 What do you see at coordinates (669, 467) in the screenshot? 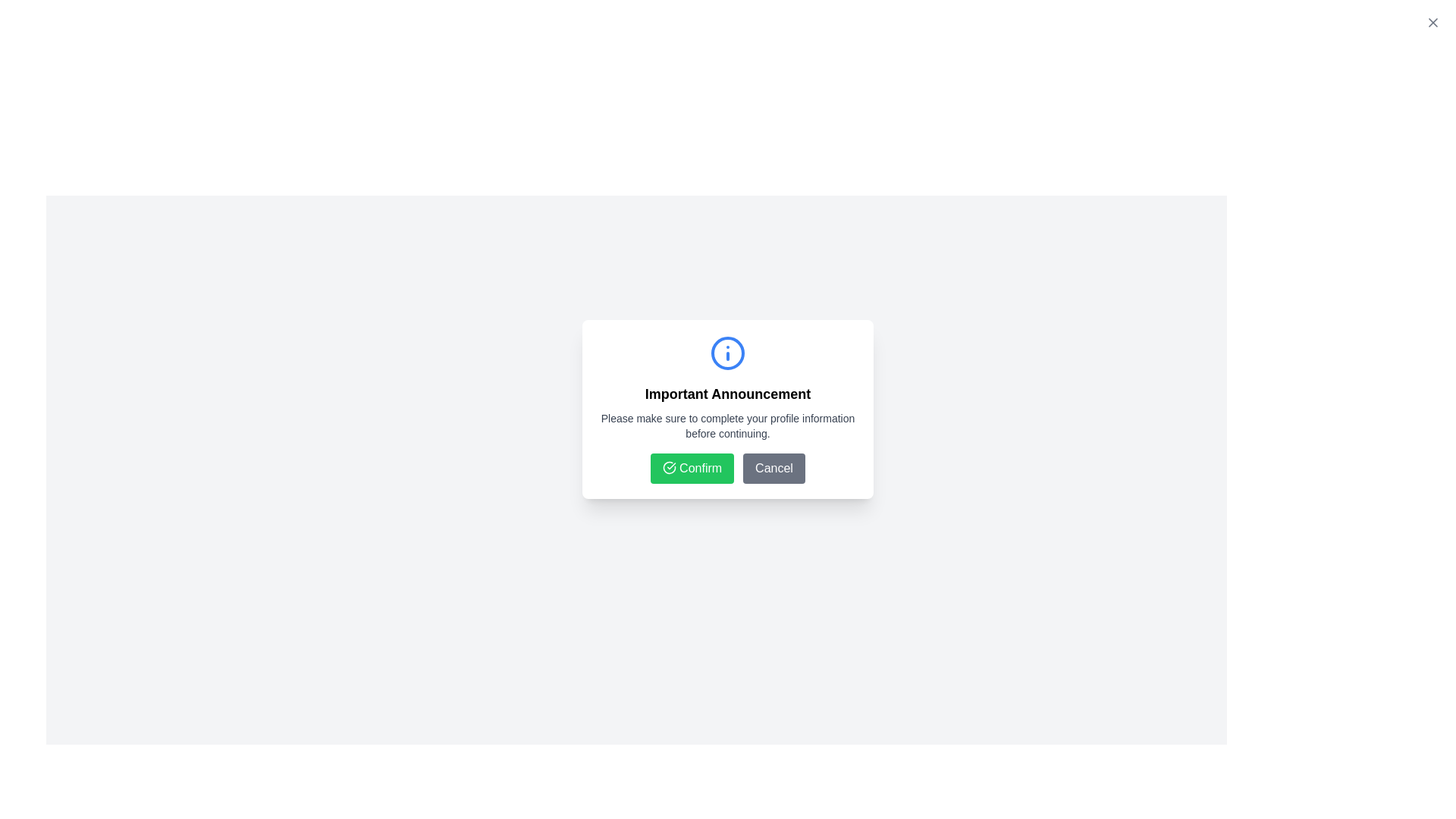
I see `the confirmation icon located to the left of the 'Confirm' button in the modal dialog box` at bounding box center [669, 467].